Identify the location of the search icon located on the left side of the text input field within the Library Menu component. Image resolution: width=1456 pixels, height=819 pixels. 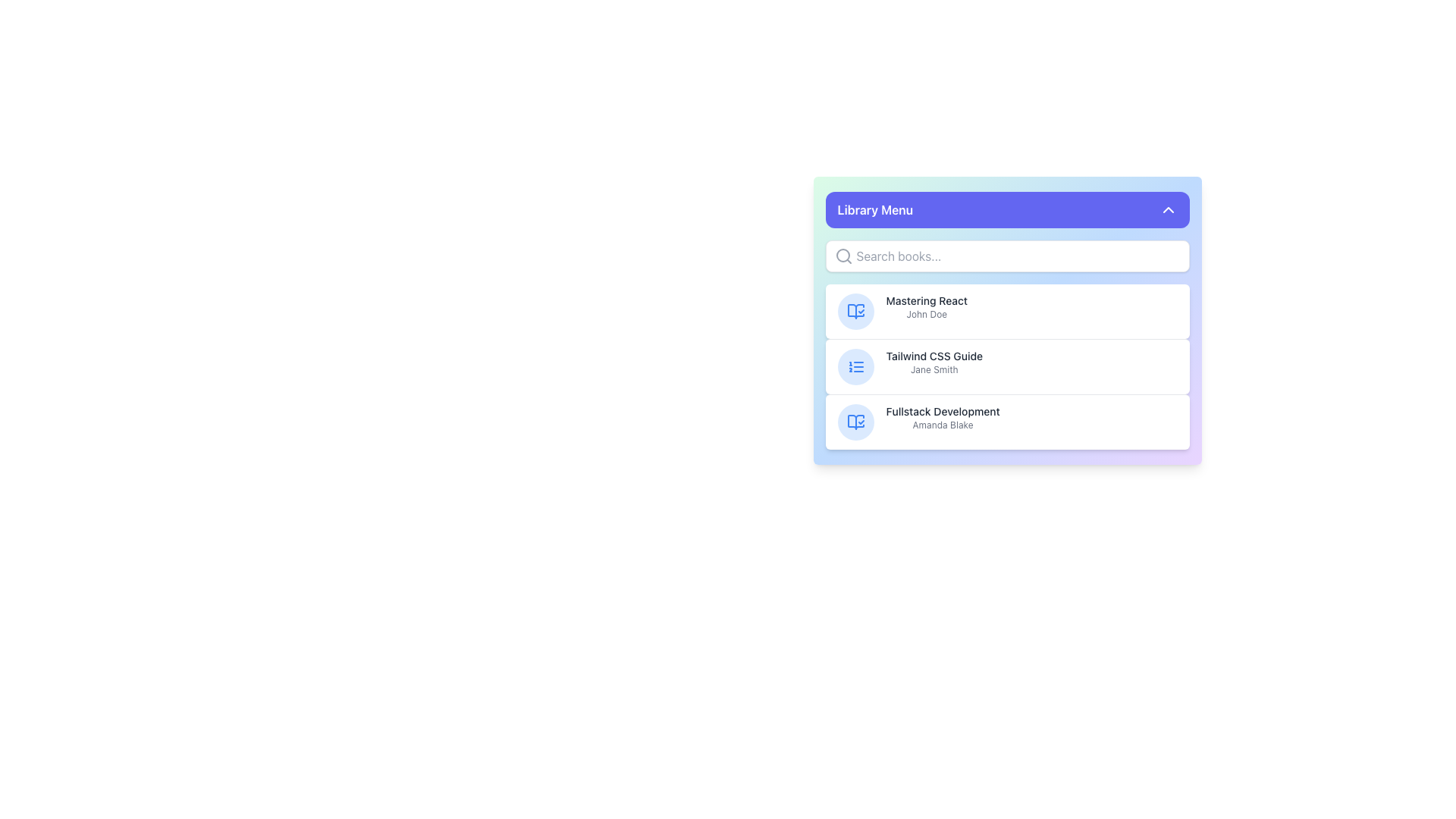
(843, 256).